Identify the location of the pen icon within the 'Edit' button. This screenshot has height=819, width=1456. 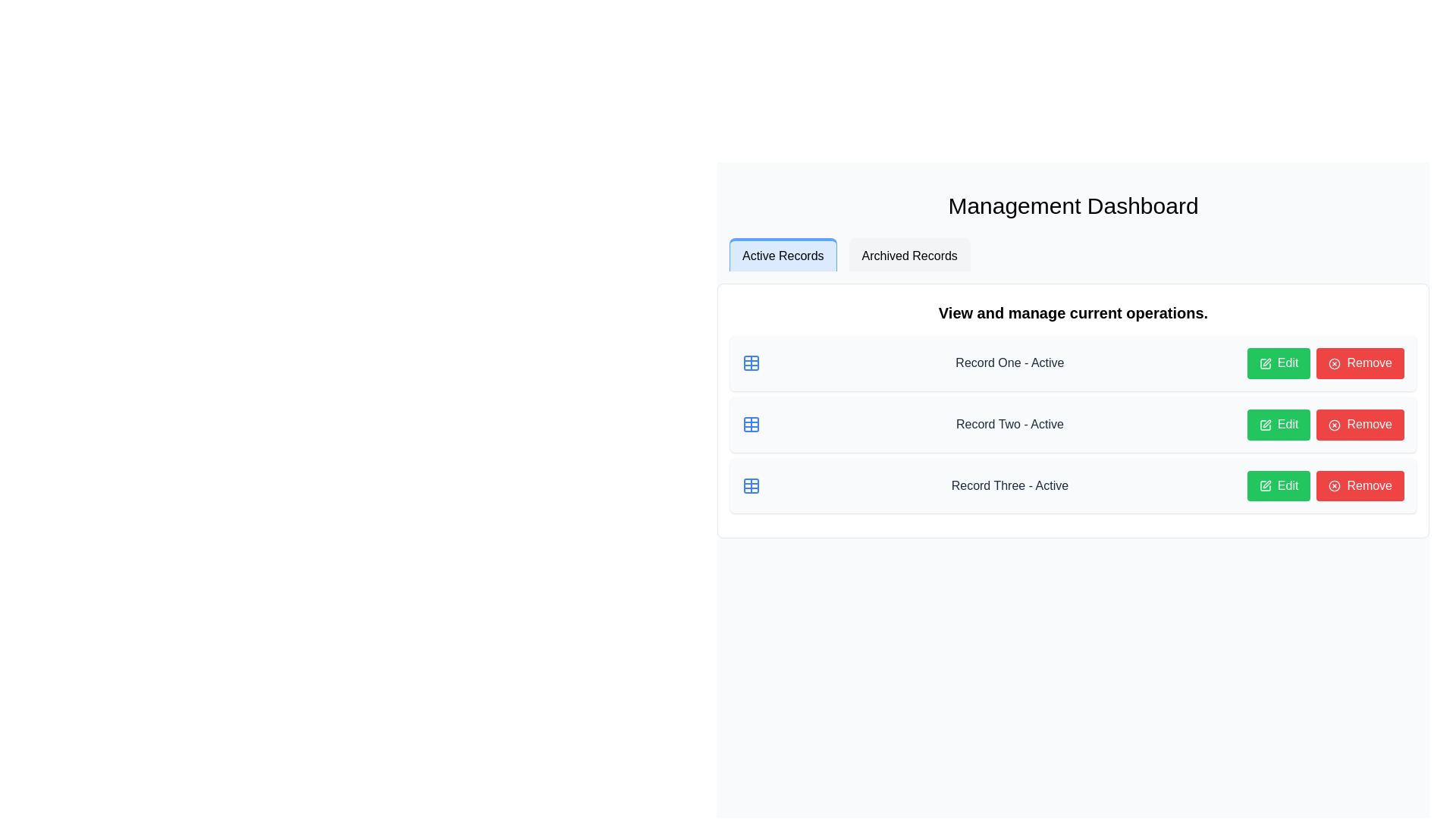
(1265, 425).